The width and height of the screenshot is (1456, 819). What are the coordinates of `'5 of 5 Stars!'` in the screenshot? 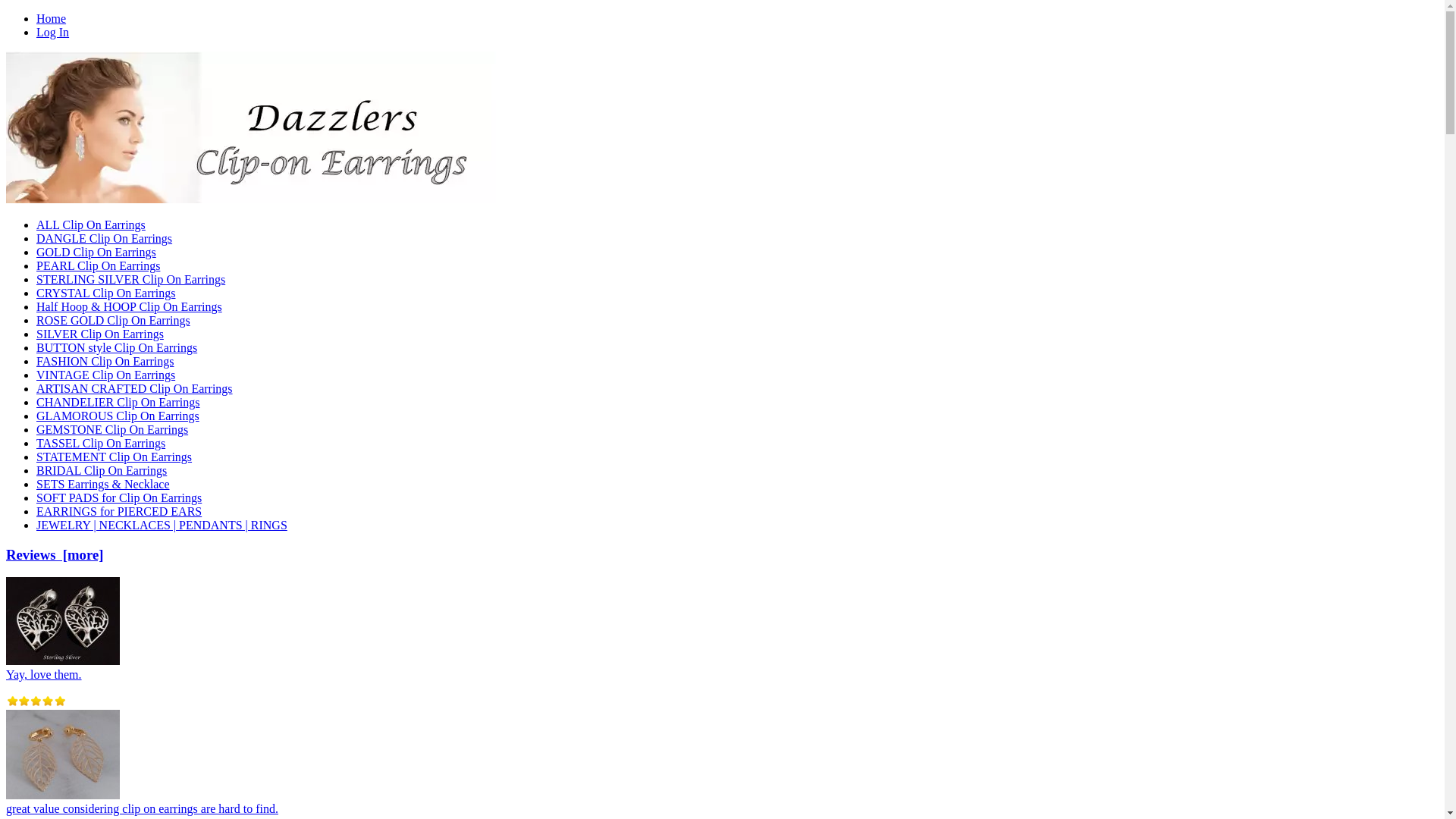 It's located at (6, 701).